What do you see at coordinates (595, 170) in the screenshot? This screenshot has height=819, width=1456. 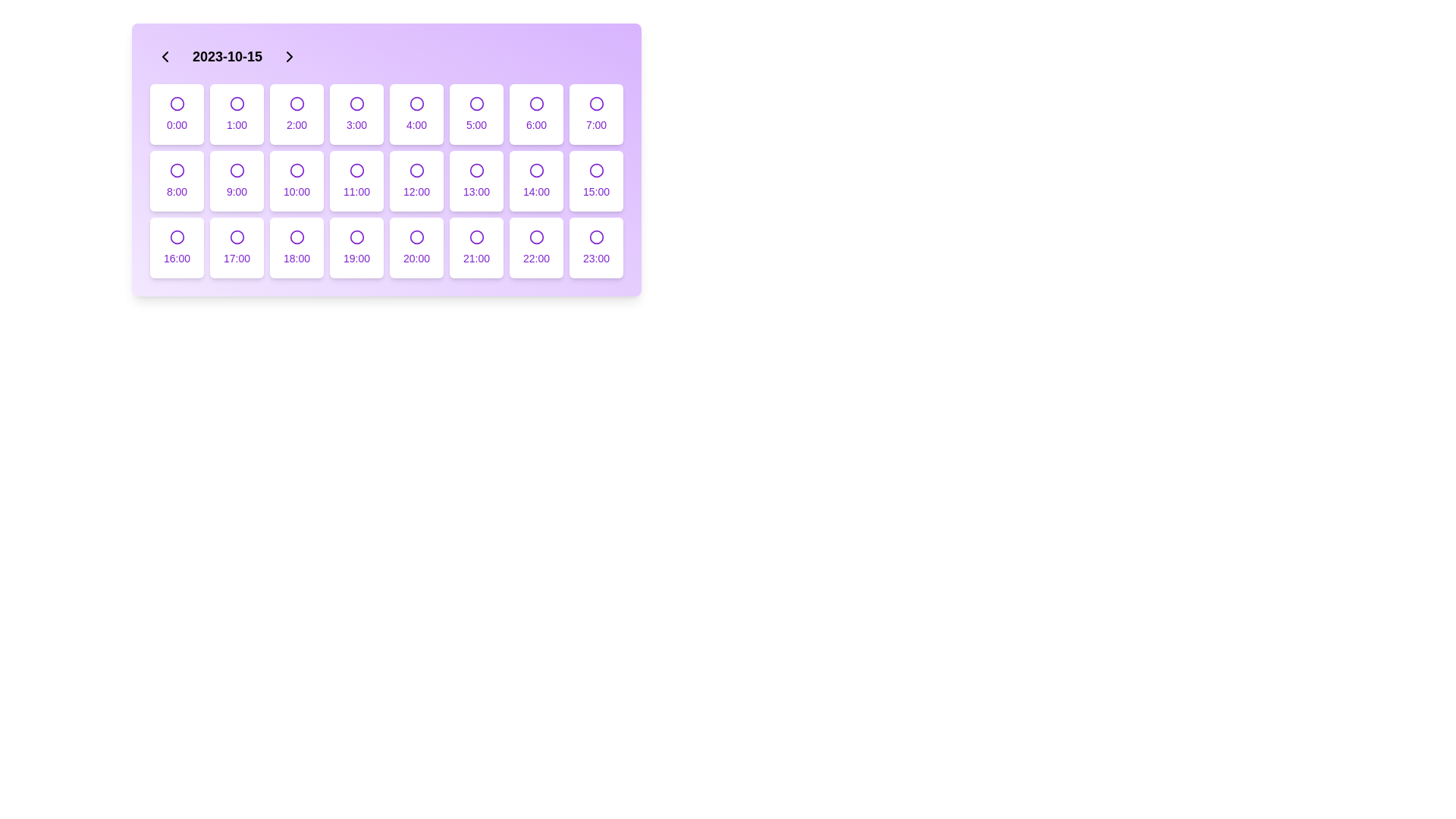 I see `the circular button with a purple stroke representing the time slot '15:00' in the grid layout` at bounding box center [595, 170].